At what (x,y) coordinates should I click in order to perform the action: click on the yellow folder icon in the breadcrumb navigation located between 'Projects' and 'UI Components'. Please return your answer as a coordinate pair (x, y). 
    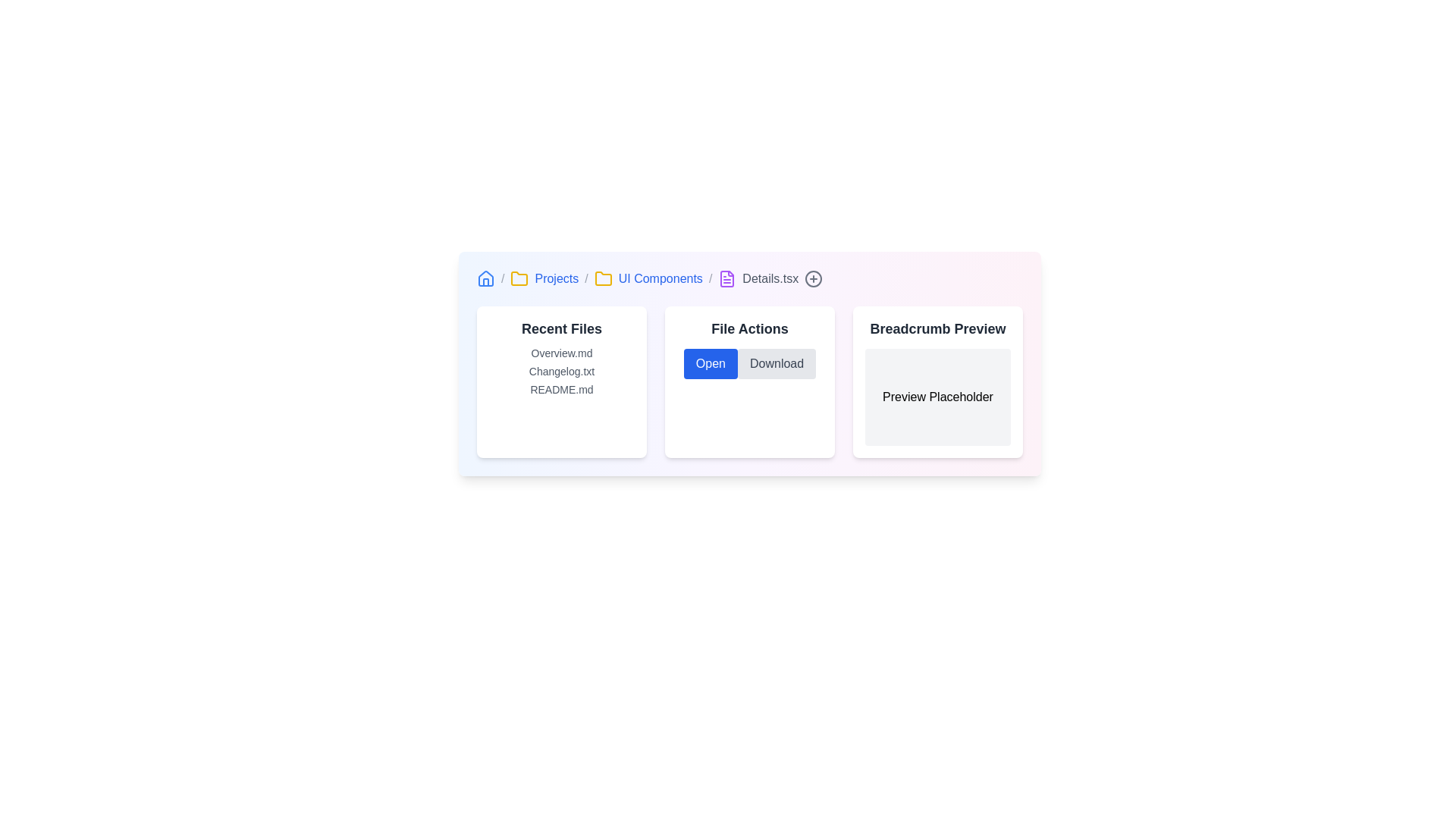
    Looking at the image, I should click on (602, 278).